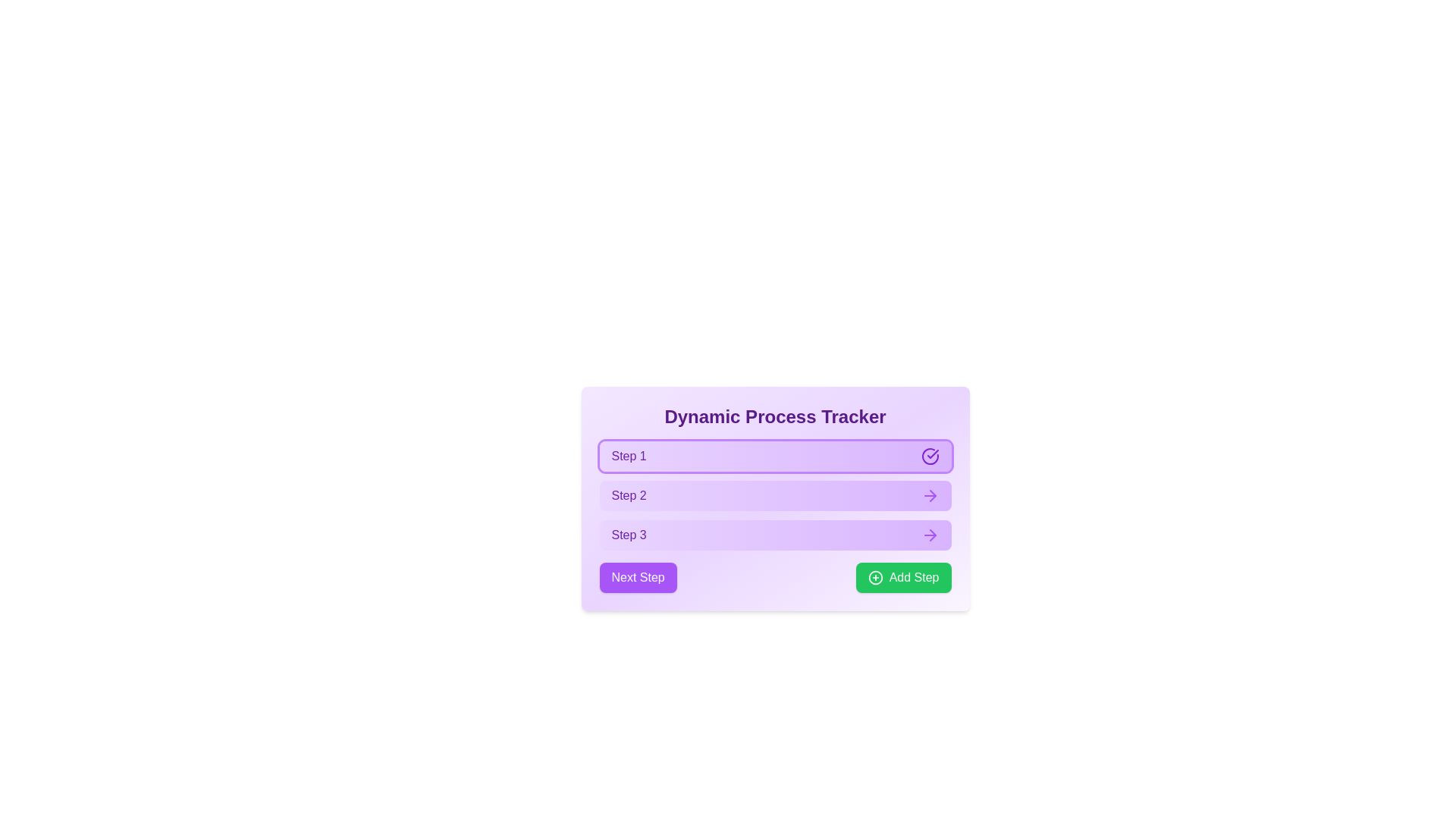 This screenshot has height=819, width=1456. What do you see at coordinates (775, 496) in the screenshot?
I see `the 'Step 2' button in the sequential guide, which is the second item in a vertical list of three steps` at bounding box center [775, 496].